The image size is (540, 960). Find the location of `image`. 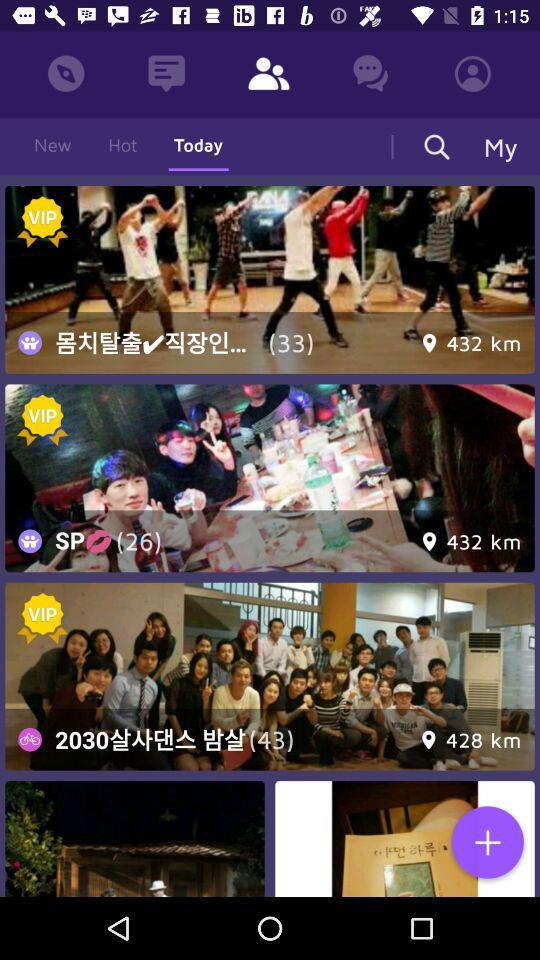

image is located at coordinates (135, 839).